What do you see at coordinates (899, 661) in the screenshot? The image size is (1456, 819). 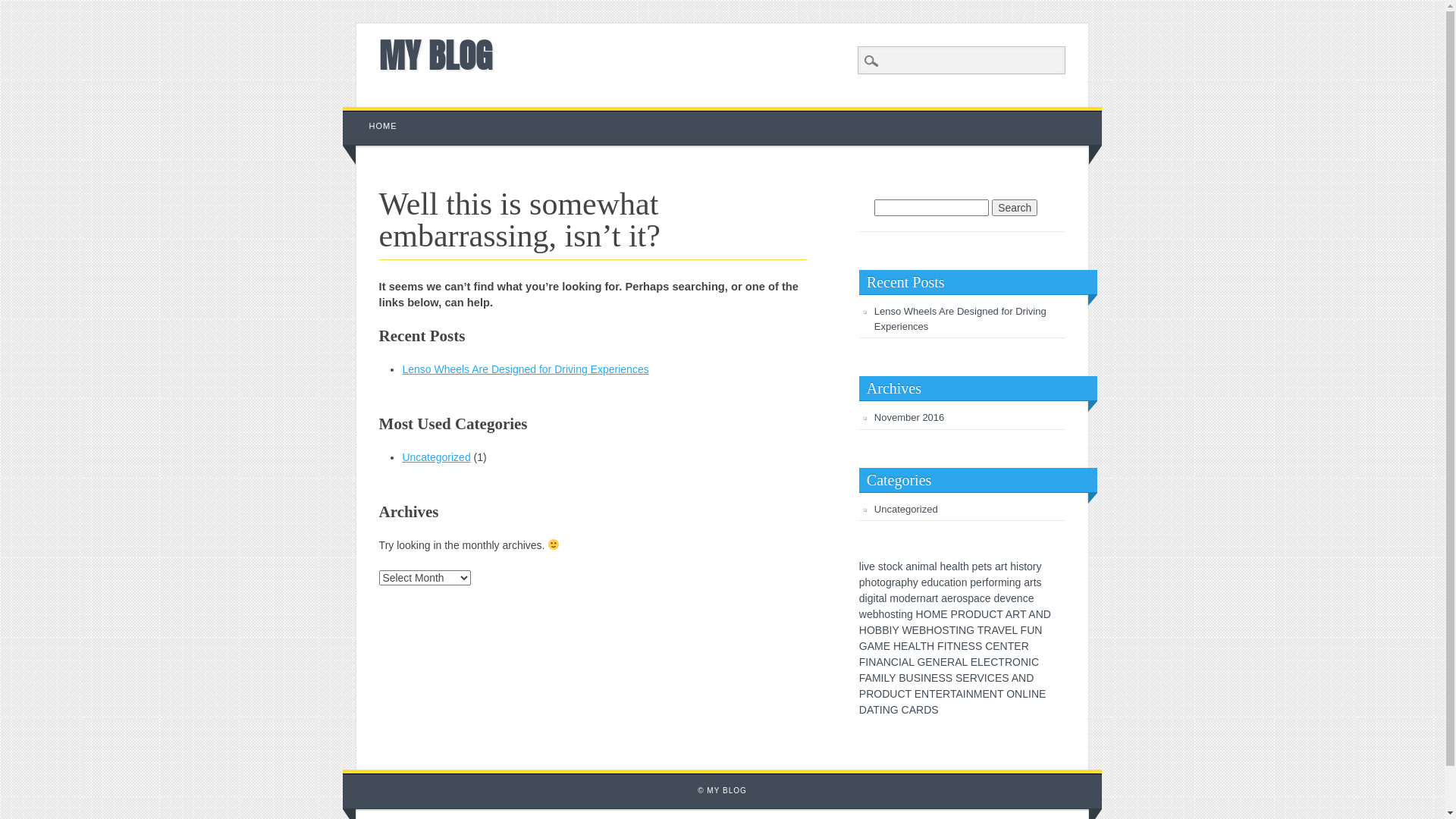 I see `'I'` at bounding box center [899, 661].